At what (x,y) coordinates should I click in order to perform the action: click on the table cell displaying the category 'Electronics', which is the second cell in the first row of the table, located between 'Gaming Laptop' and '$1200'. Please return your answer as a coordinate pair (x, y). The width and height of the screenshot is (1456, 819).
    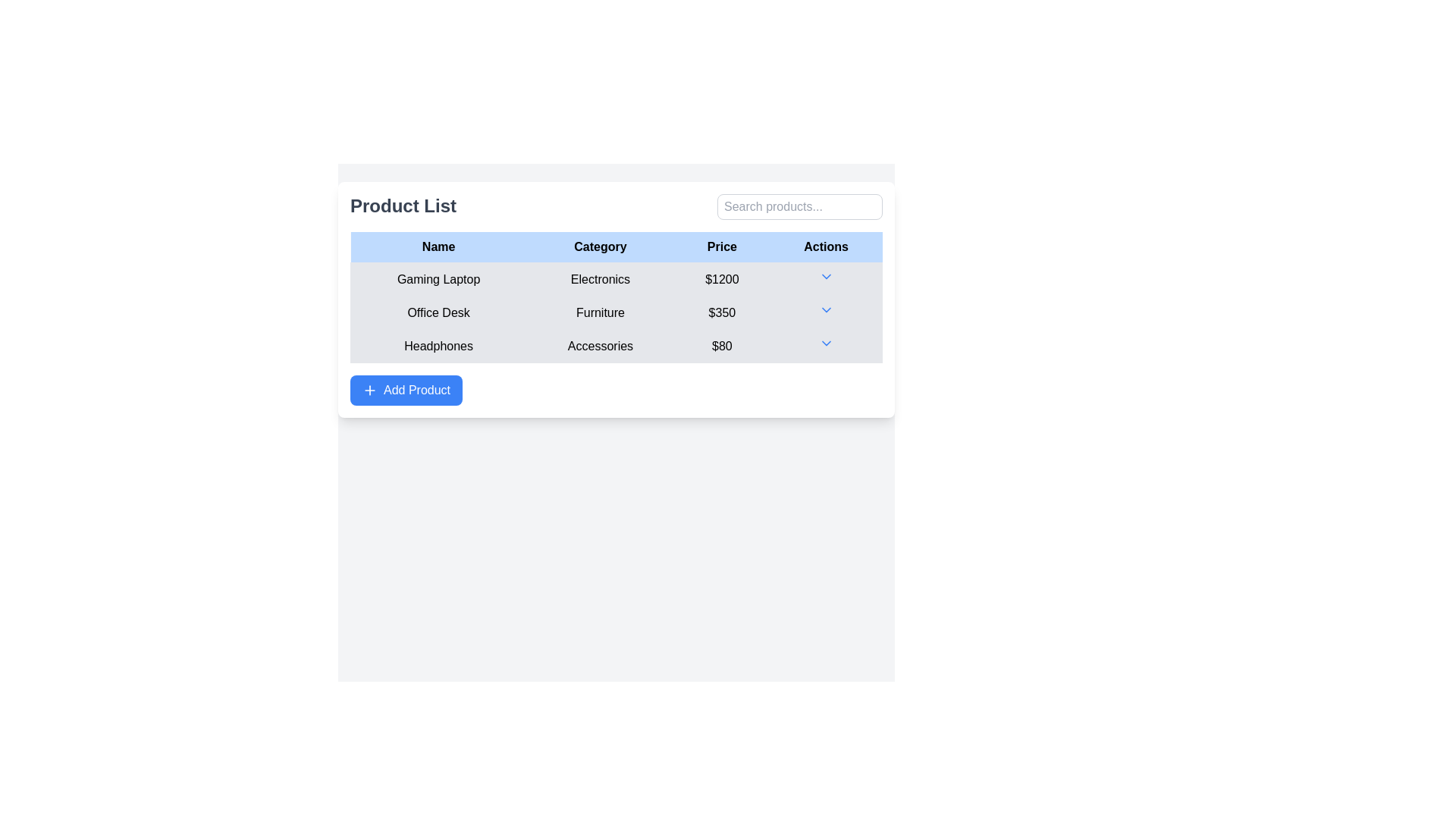
    Looking at the image, I should click on (616, 279).